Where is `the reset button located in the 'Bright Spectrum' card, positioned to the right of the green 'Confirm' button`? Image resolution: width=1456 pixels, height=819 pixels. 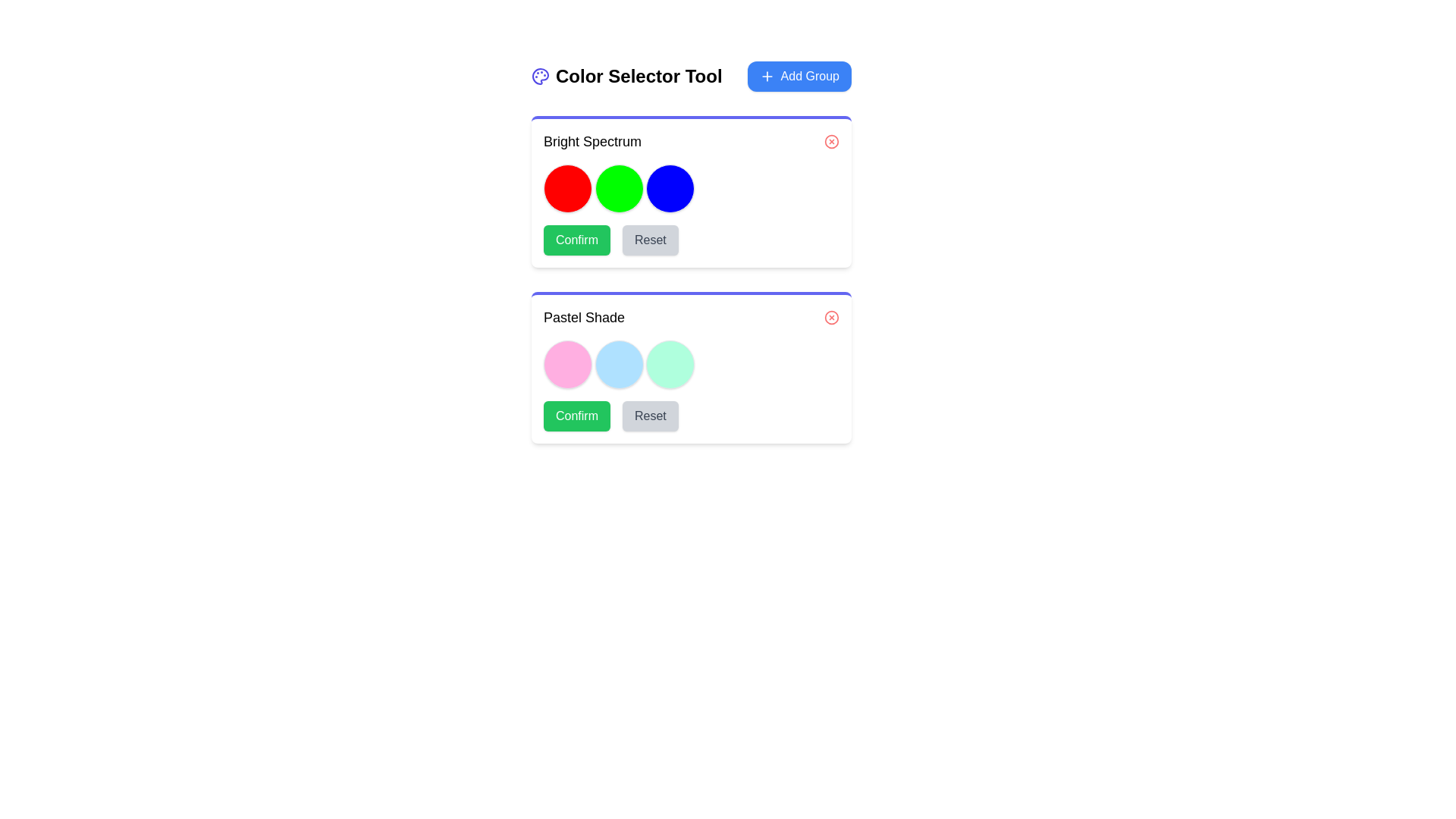
the reset button located in the 'Bright Spectrum' card, positioned to the right of the green 'Confirm' button is located at coordinates (650, 239).